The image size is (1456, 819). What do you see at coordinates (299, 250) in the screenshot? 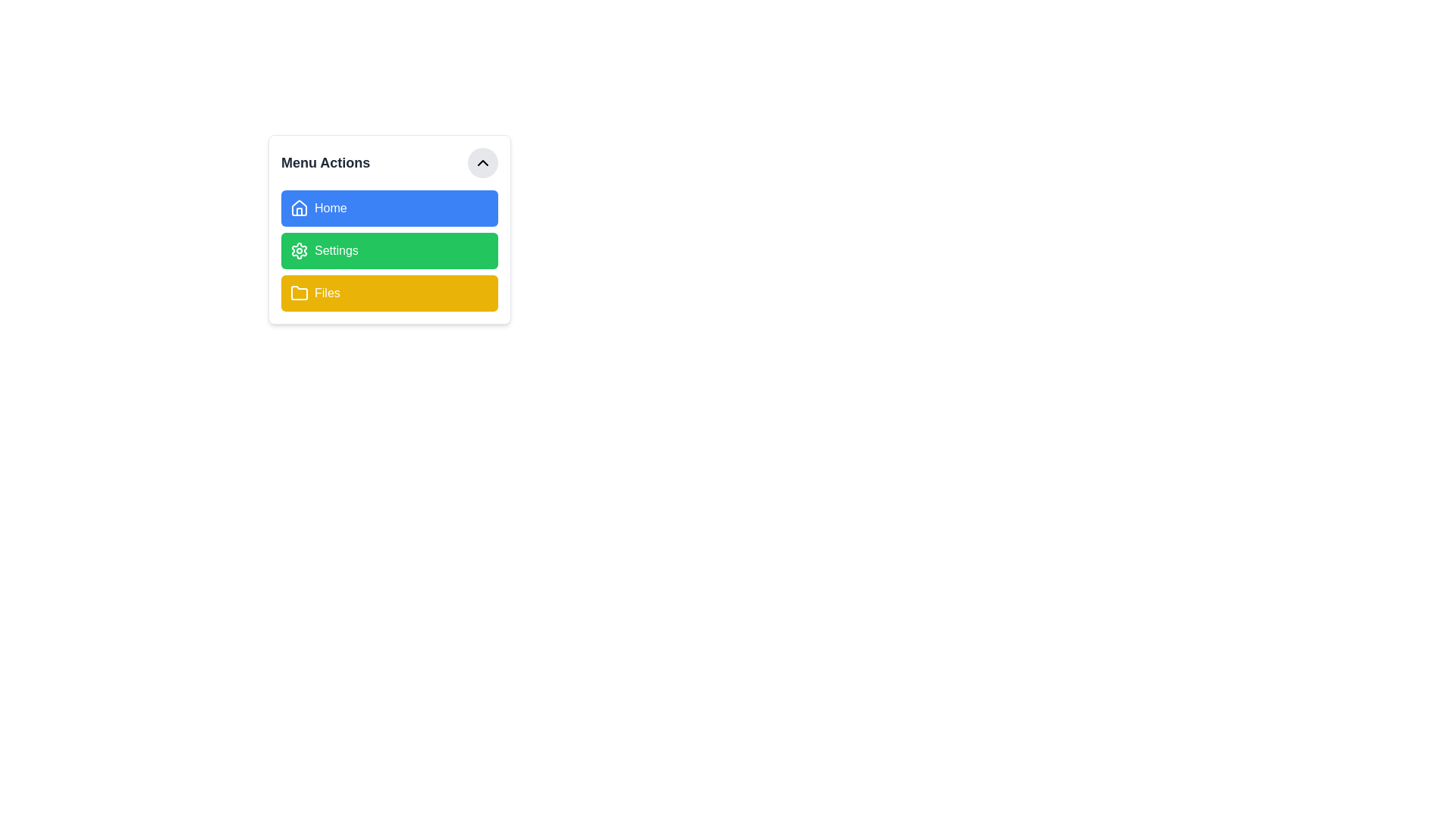
I see `the 'Settings' icon located to the left of the green 'Settings' button in the vertical menu` at bounding box center [299, 250].